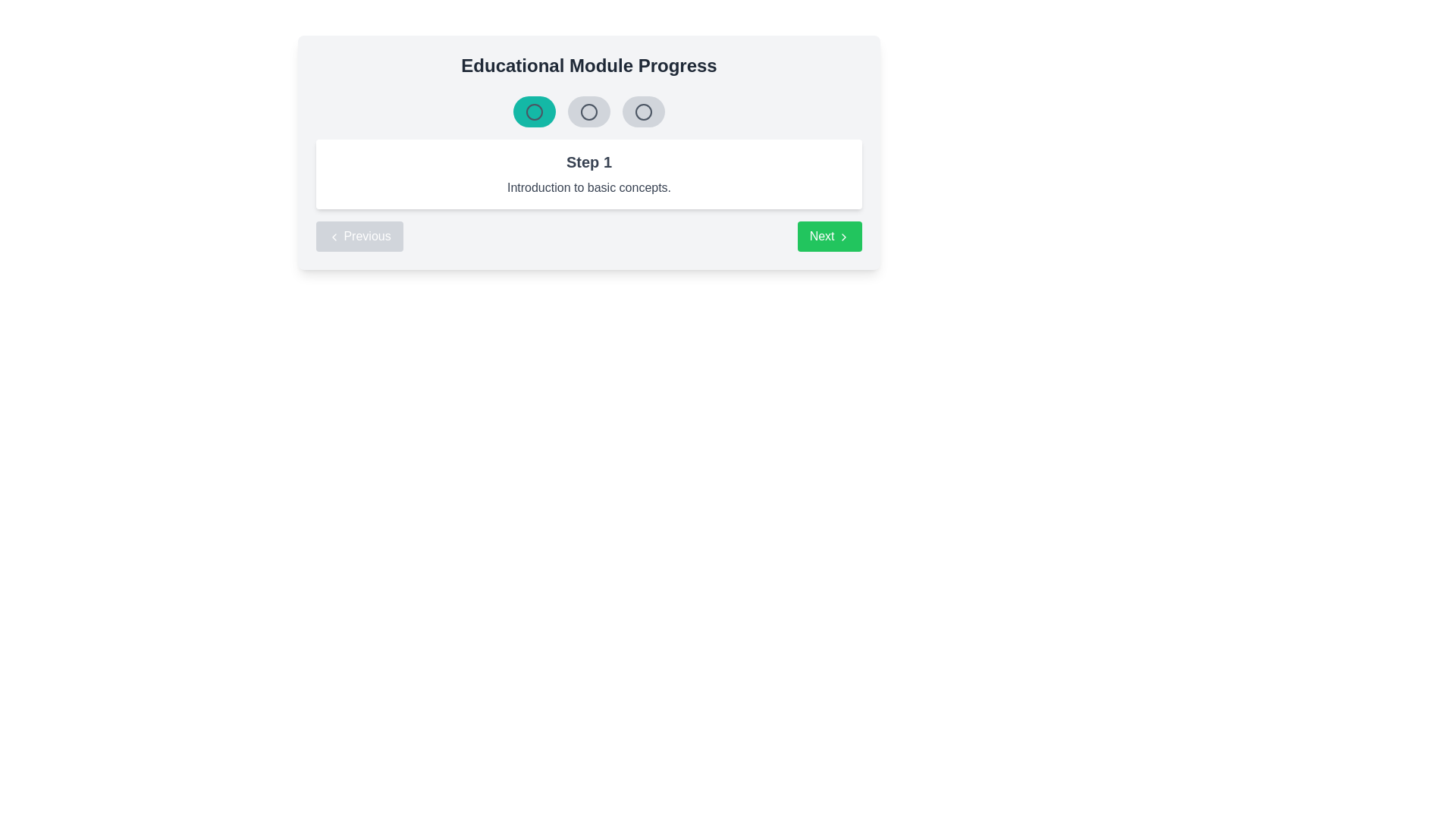  What do you see at coordinates (588, 111) in the screenshot?
I see `the second circular progress indicator icon with a gray outline in the 'Educational Module Progress' section` at bounding box center [588, 111].